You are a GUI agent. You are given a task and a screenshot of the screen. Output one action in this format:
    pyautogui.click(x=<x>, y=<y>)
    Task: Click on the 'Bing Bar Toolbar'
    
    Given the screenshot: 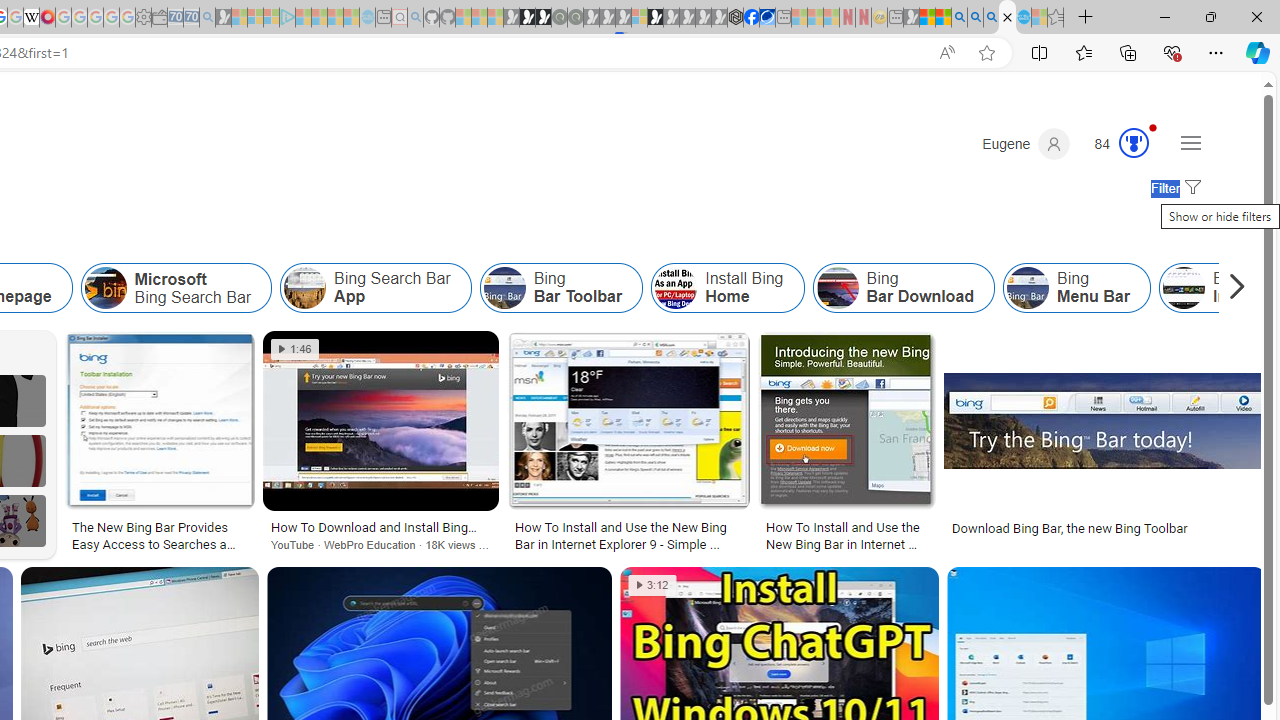 What is the action you would take?
    pyautogui.click(x=504, y=288)
    